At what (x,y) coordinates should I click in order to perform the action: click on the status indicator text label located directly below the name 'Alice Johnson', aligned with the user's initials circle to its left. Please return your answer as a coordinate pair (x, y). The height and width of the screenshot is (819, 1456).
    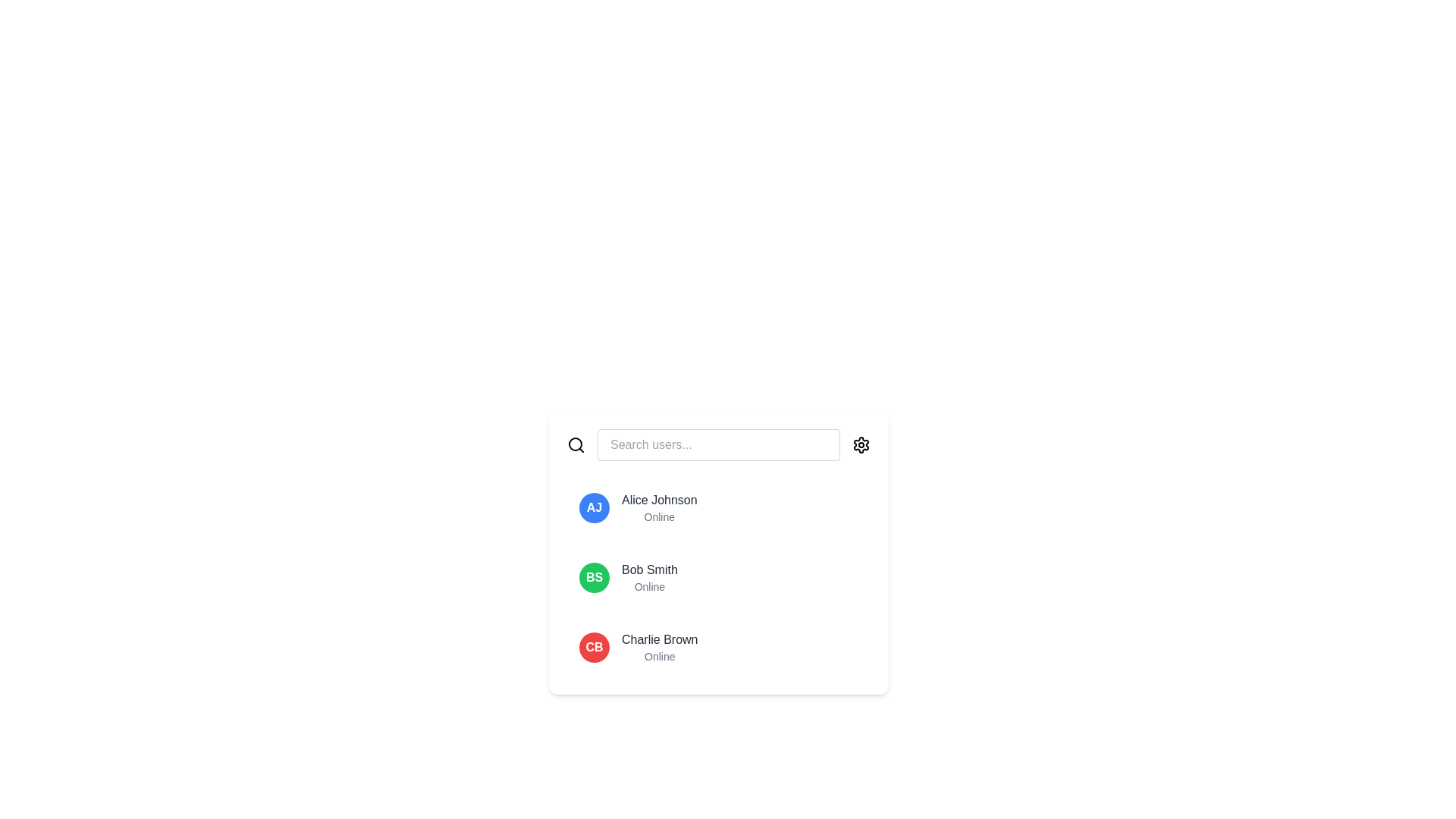
    Looking at the image, I should click on (659, 516).